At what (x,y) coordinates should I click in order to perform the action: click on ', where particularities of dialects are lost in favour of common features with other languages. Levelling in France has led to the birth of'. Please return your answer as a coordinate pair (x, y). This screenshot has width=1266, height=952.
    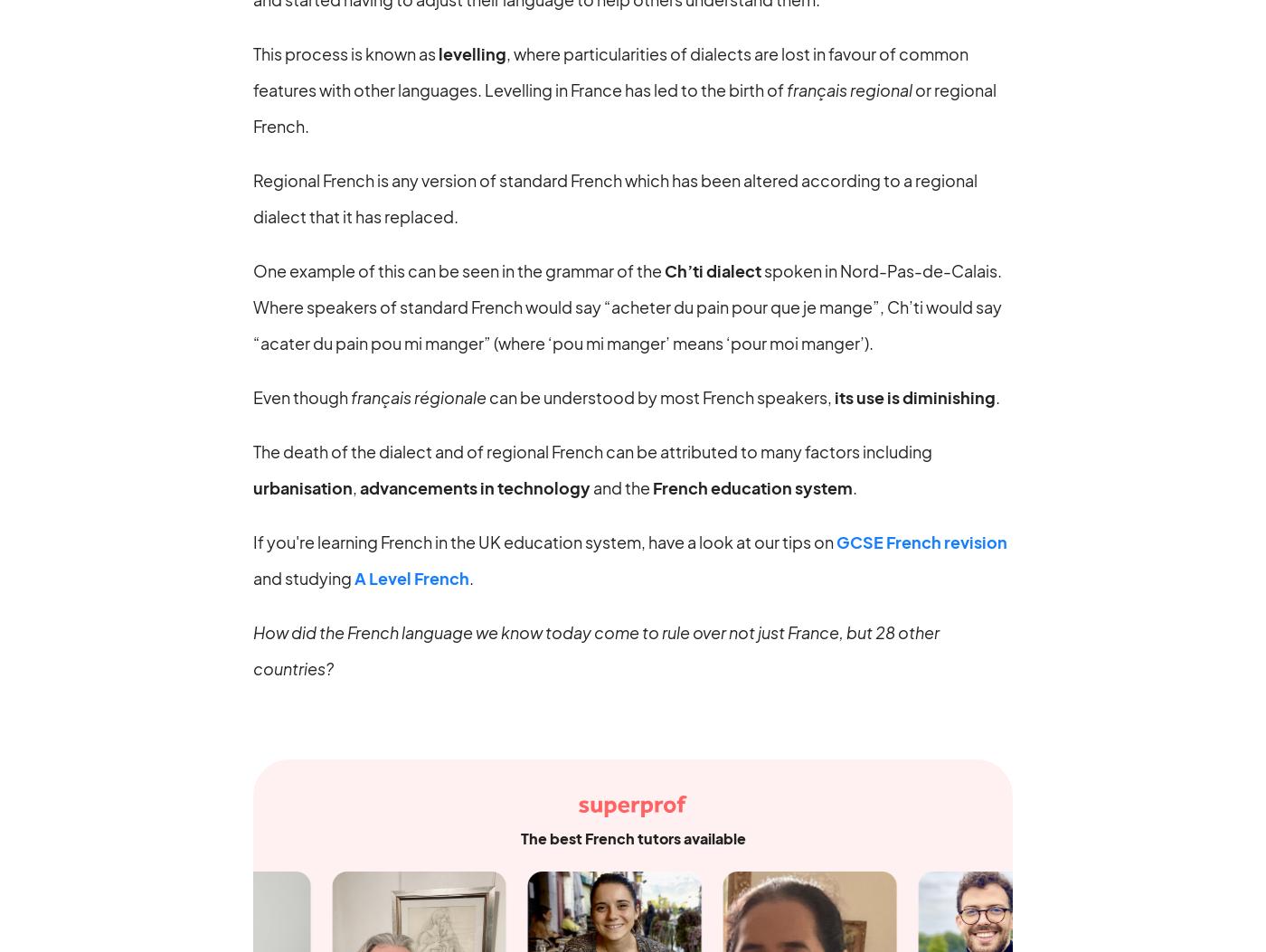
    Looking at the image, I should click on (610, 70).